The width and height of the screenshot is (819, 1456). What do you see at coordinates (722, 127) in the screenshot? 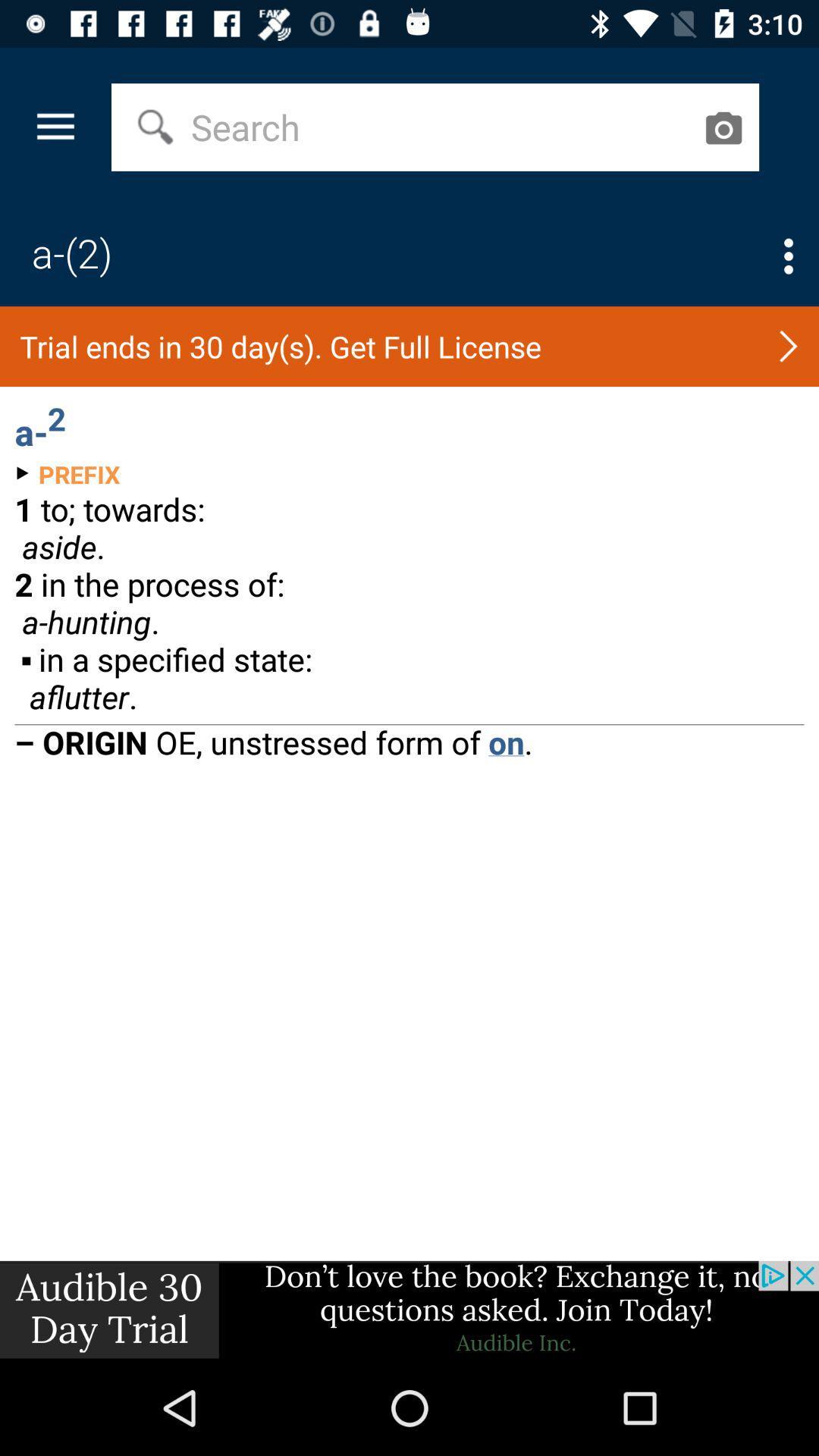
I see `picture scan` at bounding box center [722, 127].